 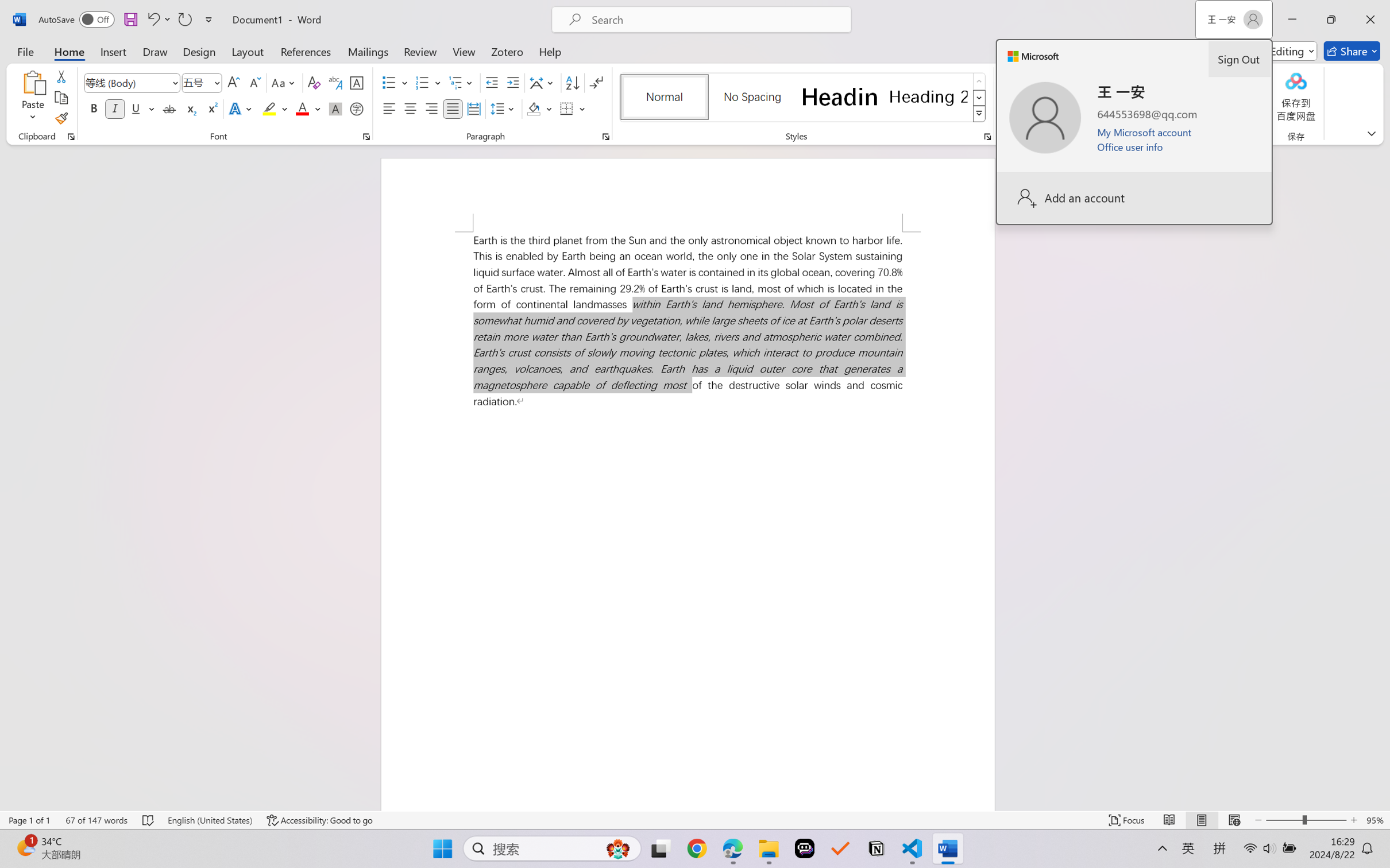 I want to click on 'Font Color', so click(x=308, y=108).